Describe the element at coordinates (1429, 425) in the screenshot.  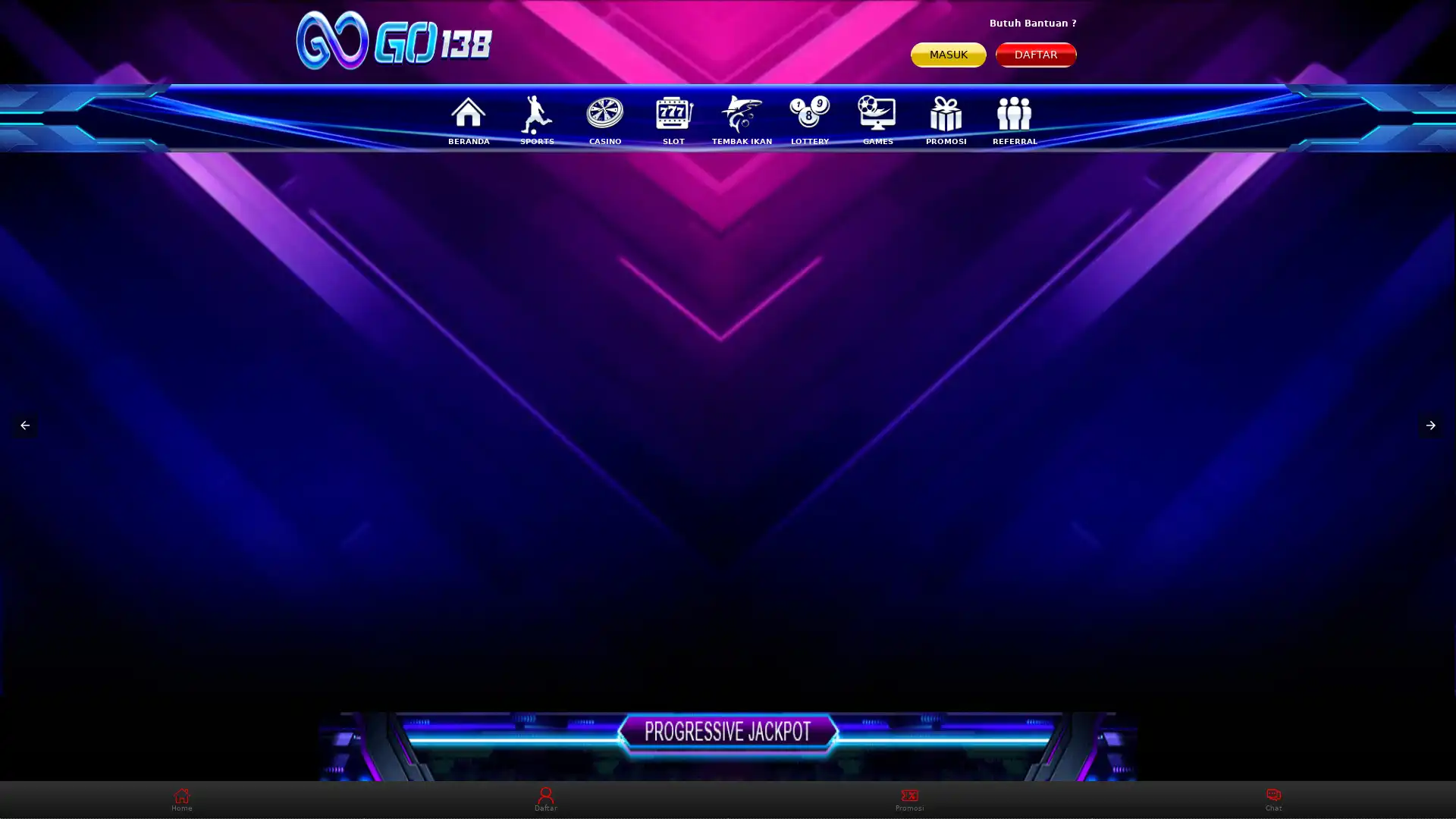
I see `Next item in carousel (3 of 4)` at that location.